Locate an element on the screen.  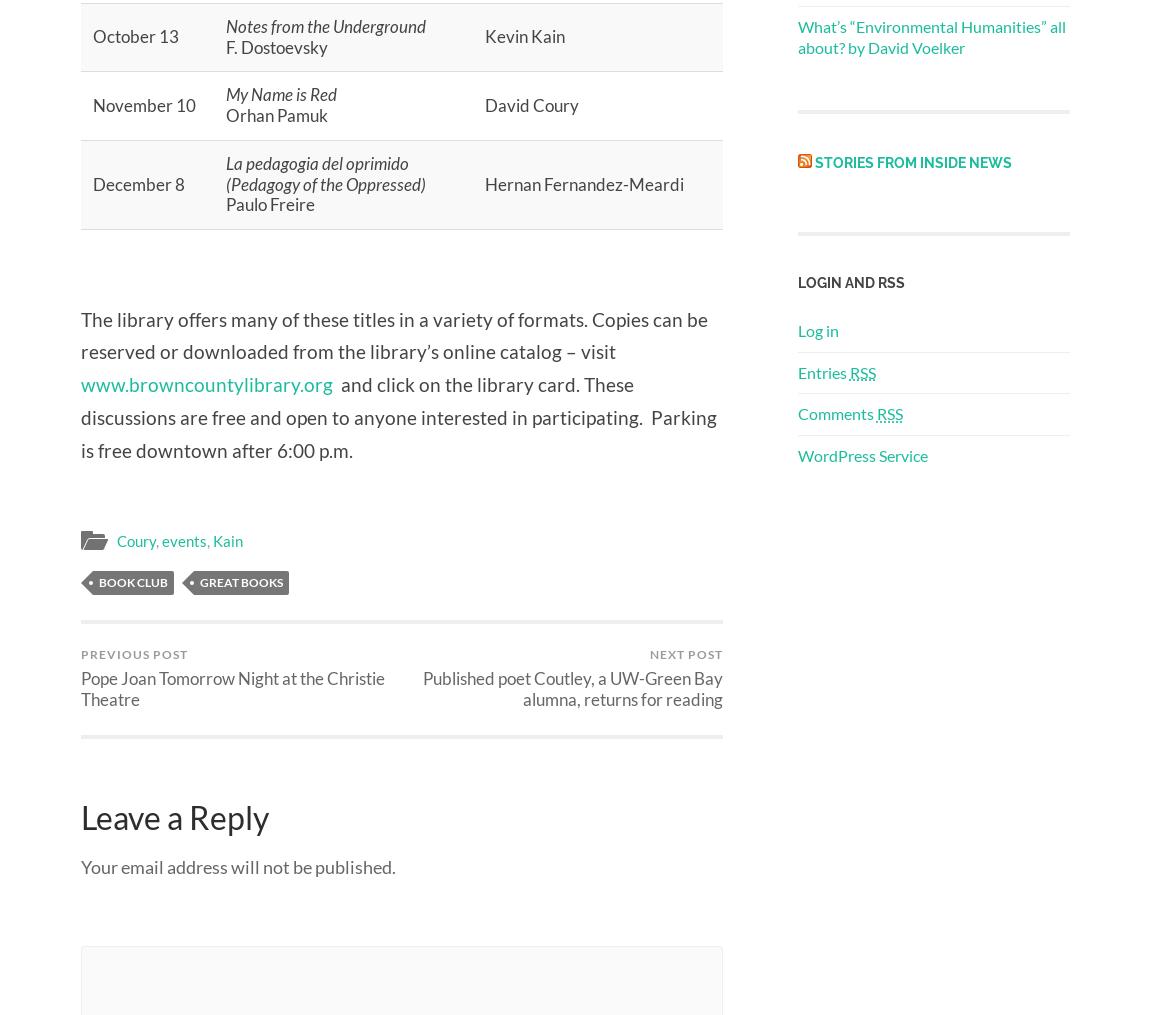
'The library offers many of these titles in a variety of formats. Copies can be reserved or downloaded from the library’s online catalog – visit' is located at coordinates (79, 333).